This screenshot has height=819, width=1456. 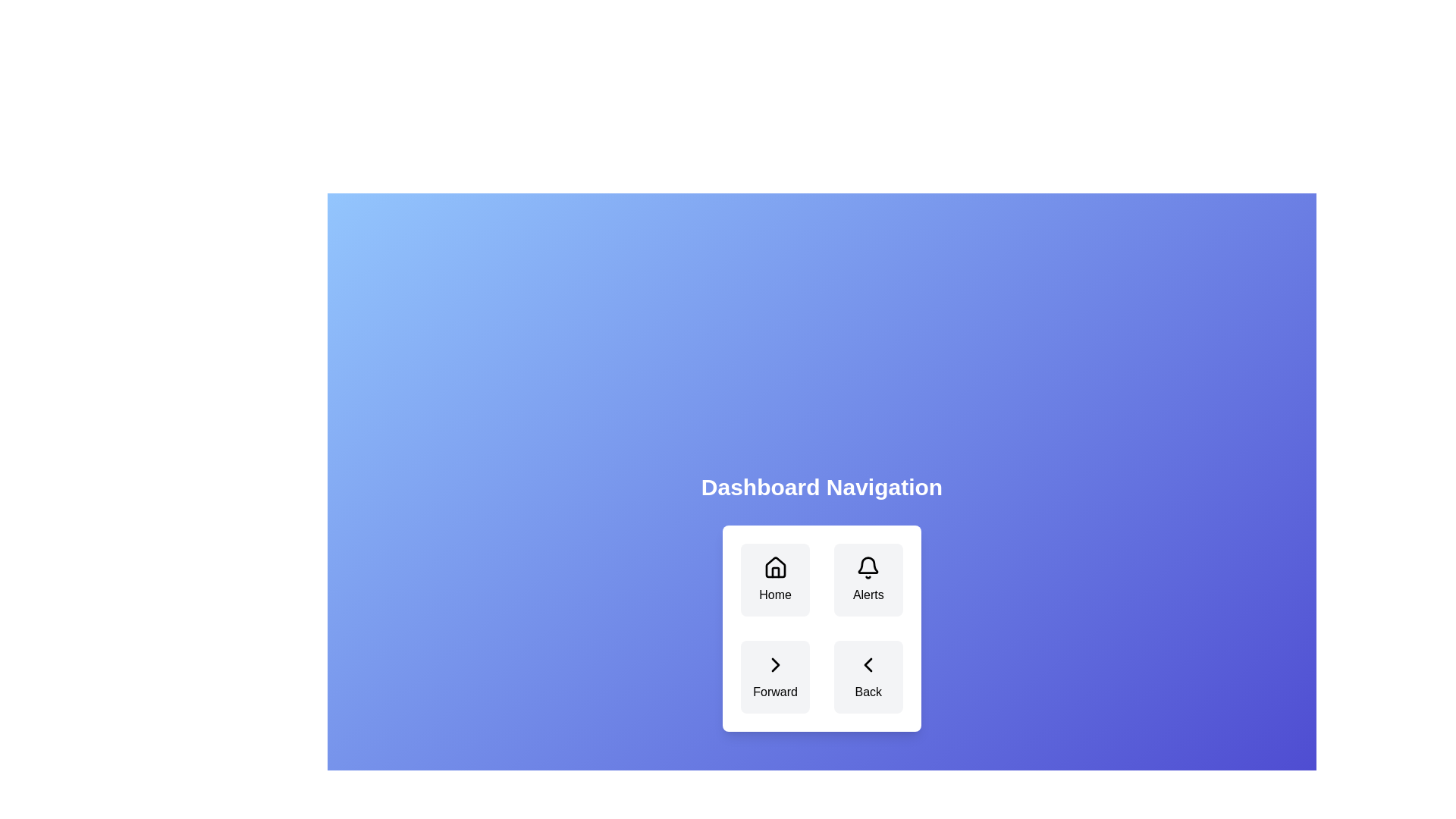 What do you see at coordinates (775, 579) in the screenshot?
I see `the navigation button located in the top-left position of the 2x2 grid within the white panel to redirect to the Home section of the application` at bounding box center [775, 579].